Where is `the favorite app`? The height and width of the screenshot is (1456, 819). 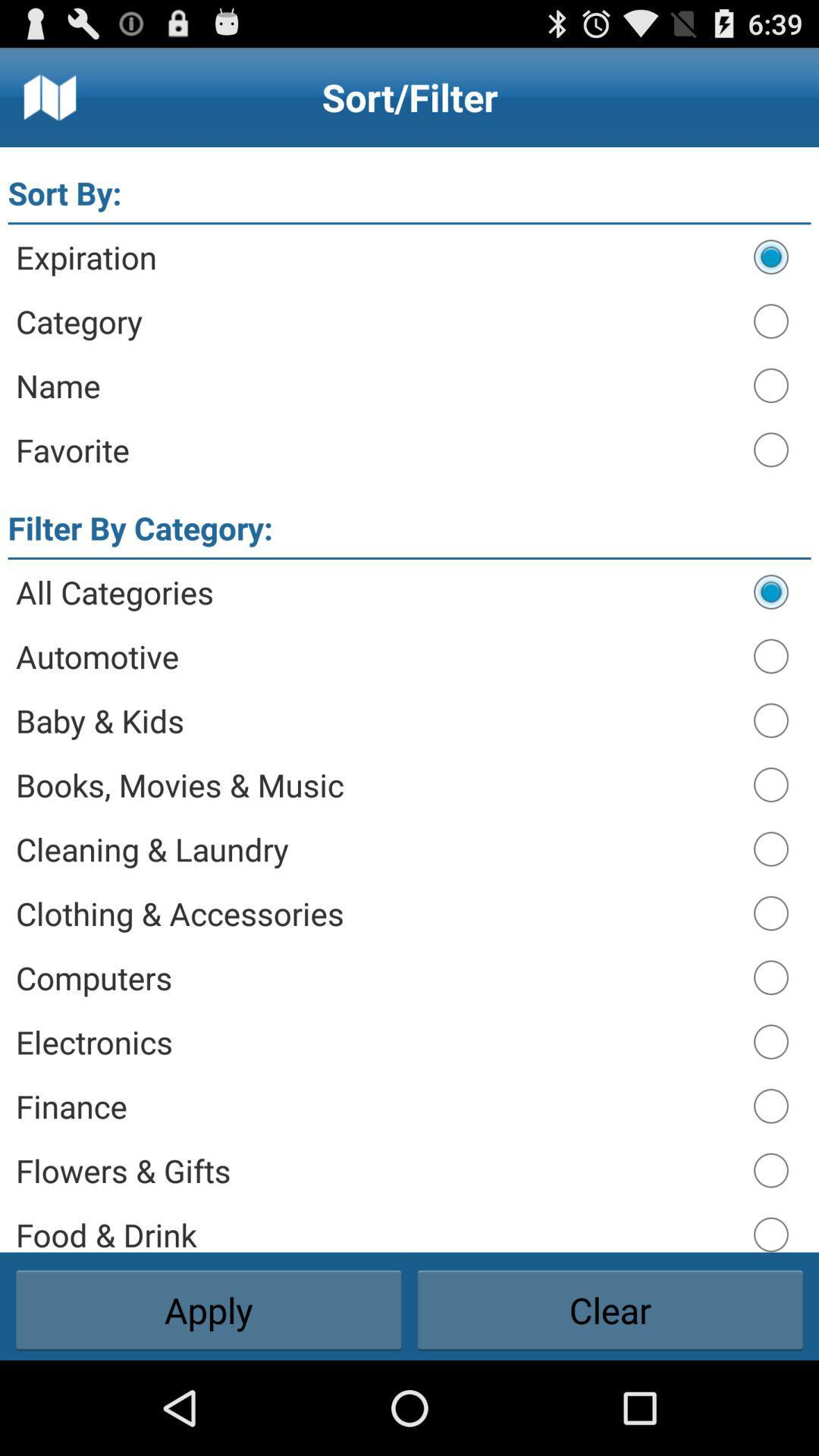 the favorite app is located at coordinates (376, 449).